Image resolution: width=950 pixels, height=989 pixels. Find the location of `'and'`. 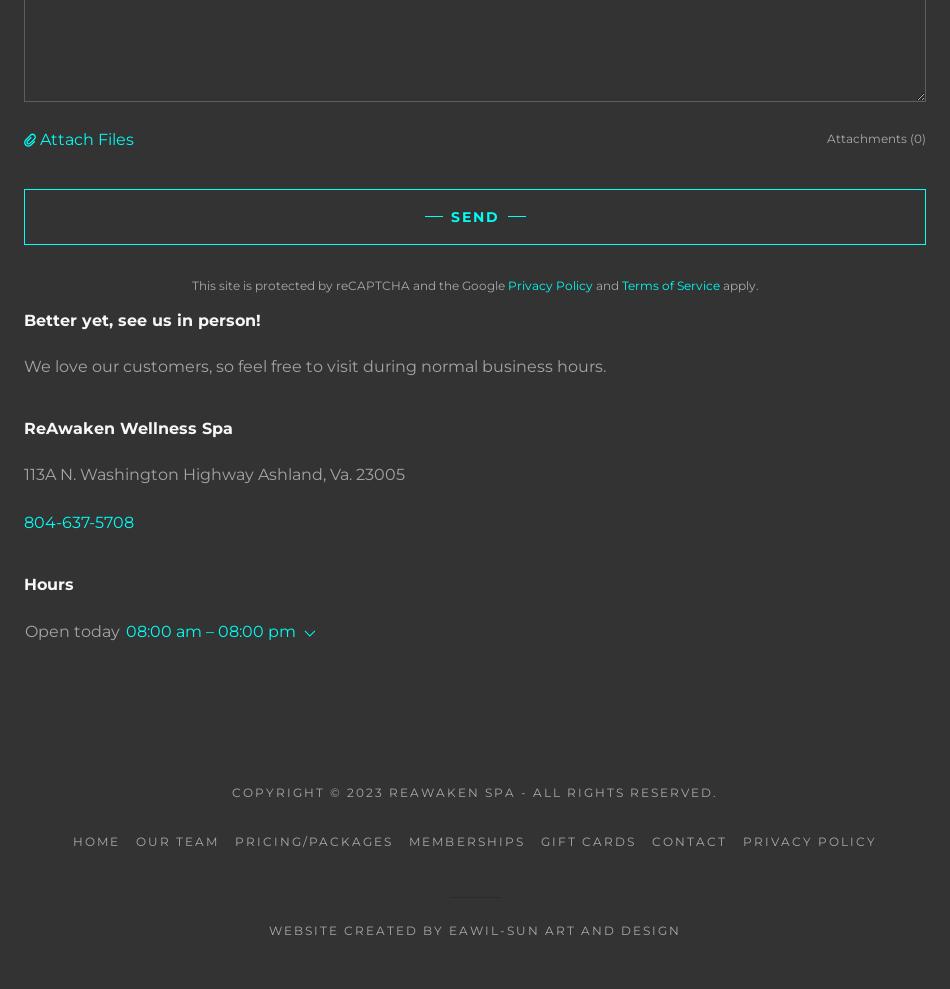

'and' is located at coordinates (606, 284).